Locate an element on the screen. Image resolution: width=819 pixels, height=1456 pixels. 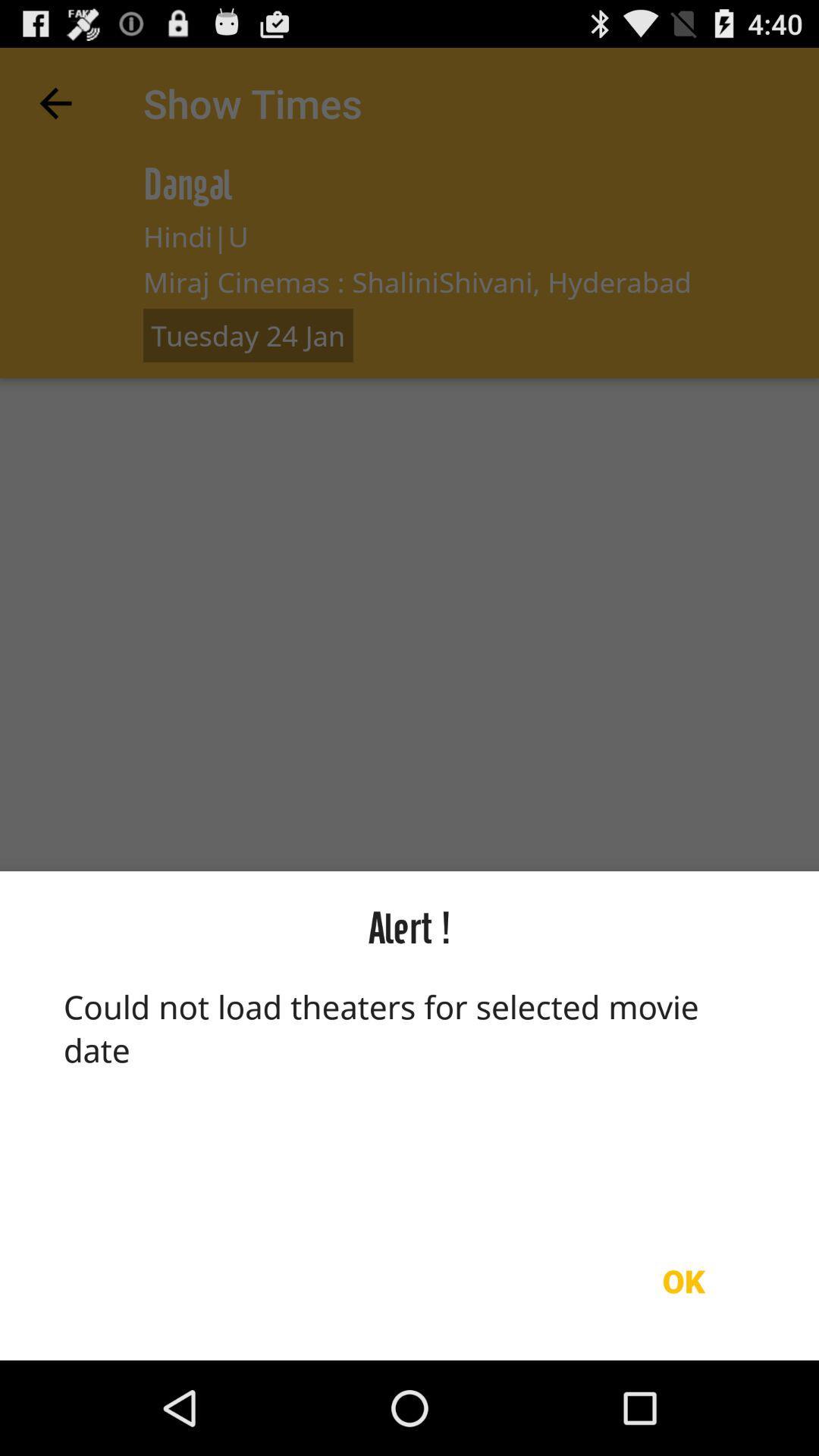
item below alert ! is located at coordinates (409, 1093).